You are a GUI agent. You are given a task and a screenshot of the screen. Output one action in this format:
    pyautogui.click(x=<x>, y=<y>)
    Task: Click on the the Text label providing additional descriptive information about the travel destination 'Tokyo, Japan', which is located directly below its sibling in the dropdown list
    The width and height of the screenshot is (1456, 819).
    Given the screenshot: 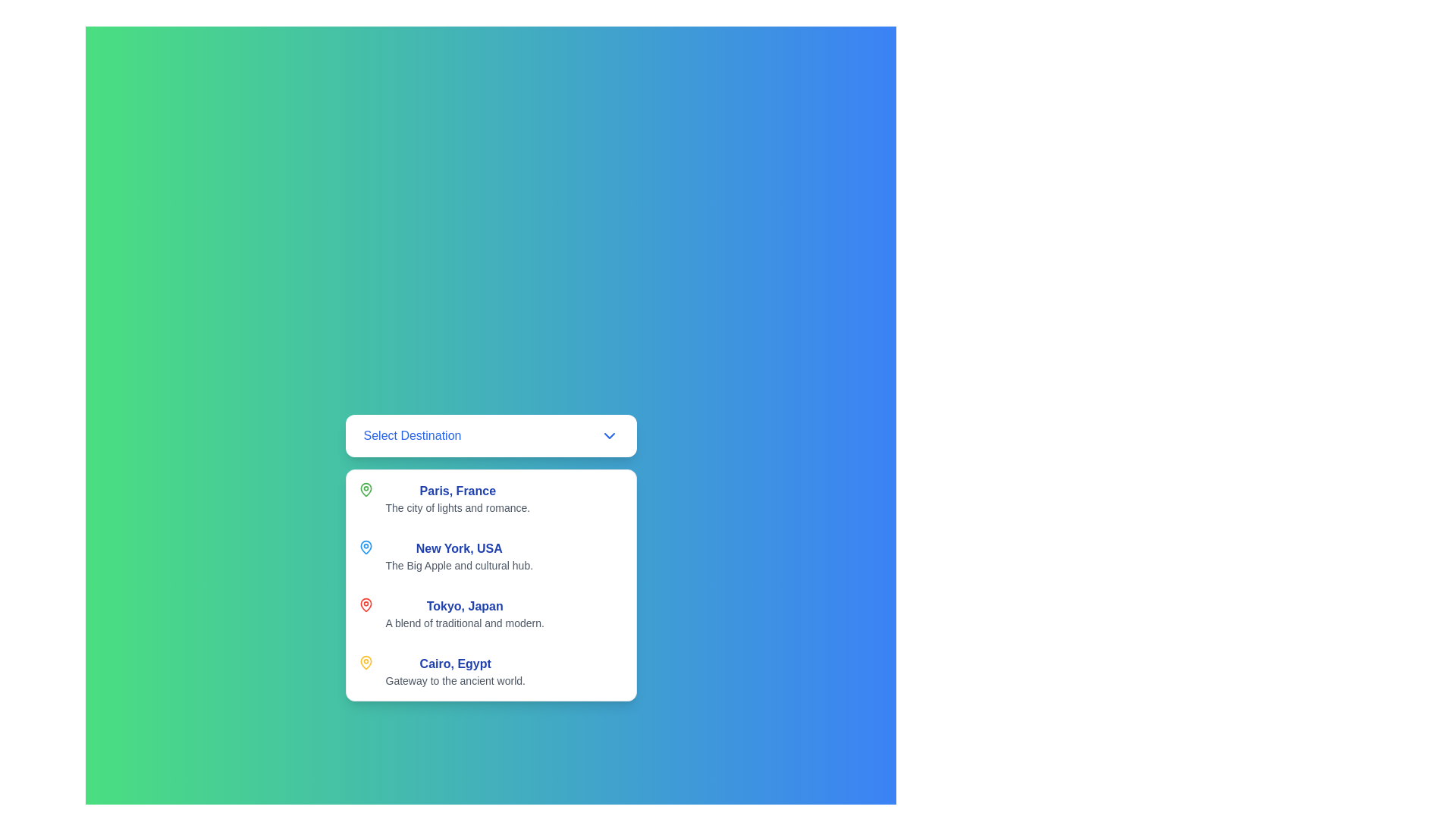 What is the action you would take?
    pyautogui.click(x=464, y=623)
    